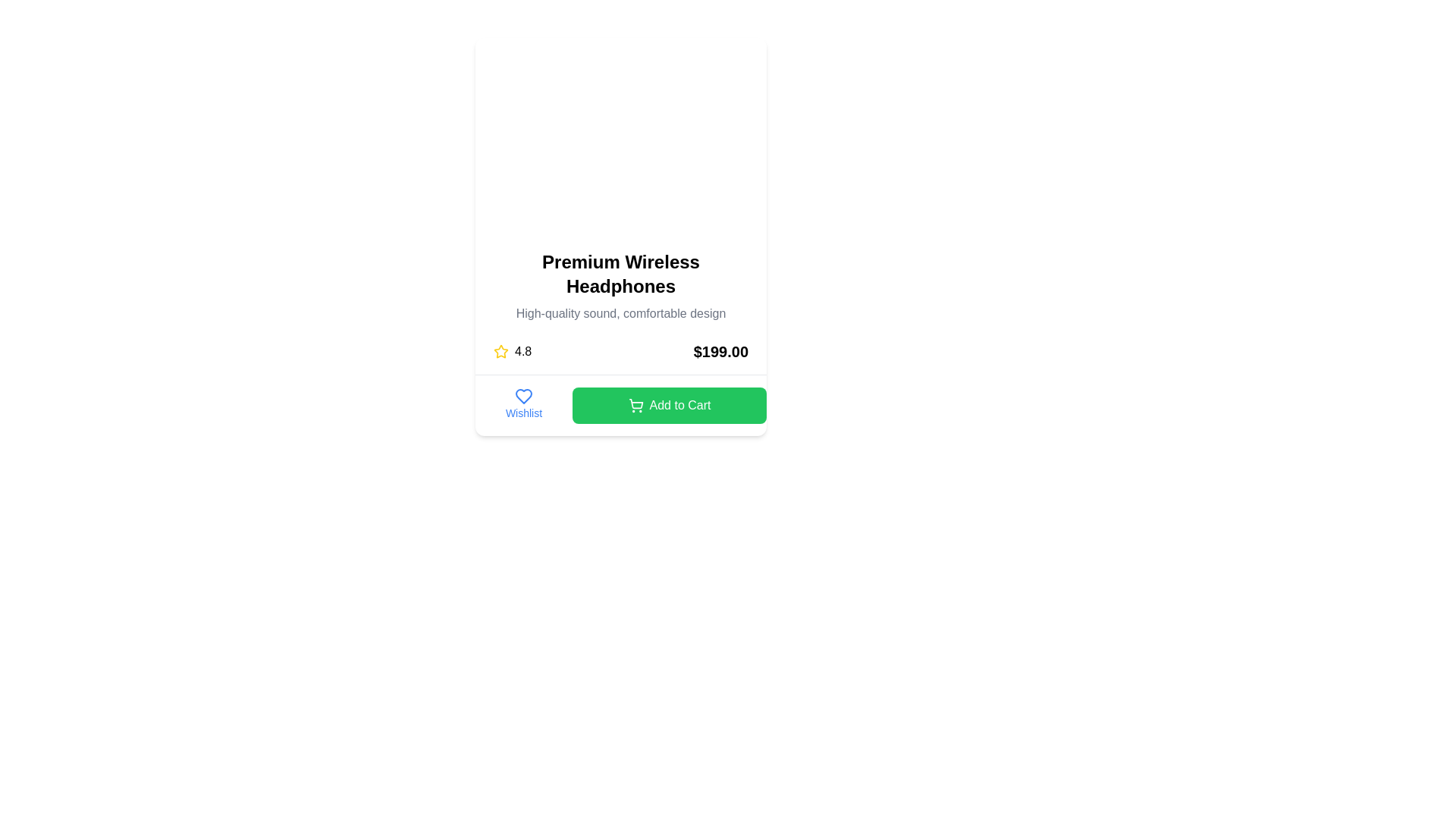 Image resolution: width=1456 pixels, height=819 pixels. I want to click on text from the Text block element displaying 'Premium Wireless Headphones' and its subtitle 'High-quality sound, comfortable design', so click(621, 287).